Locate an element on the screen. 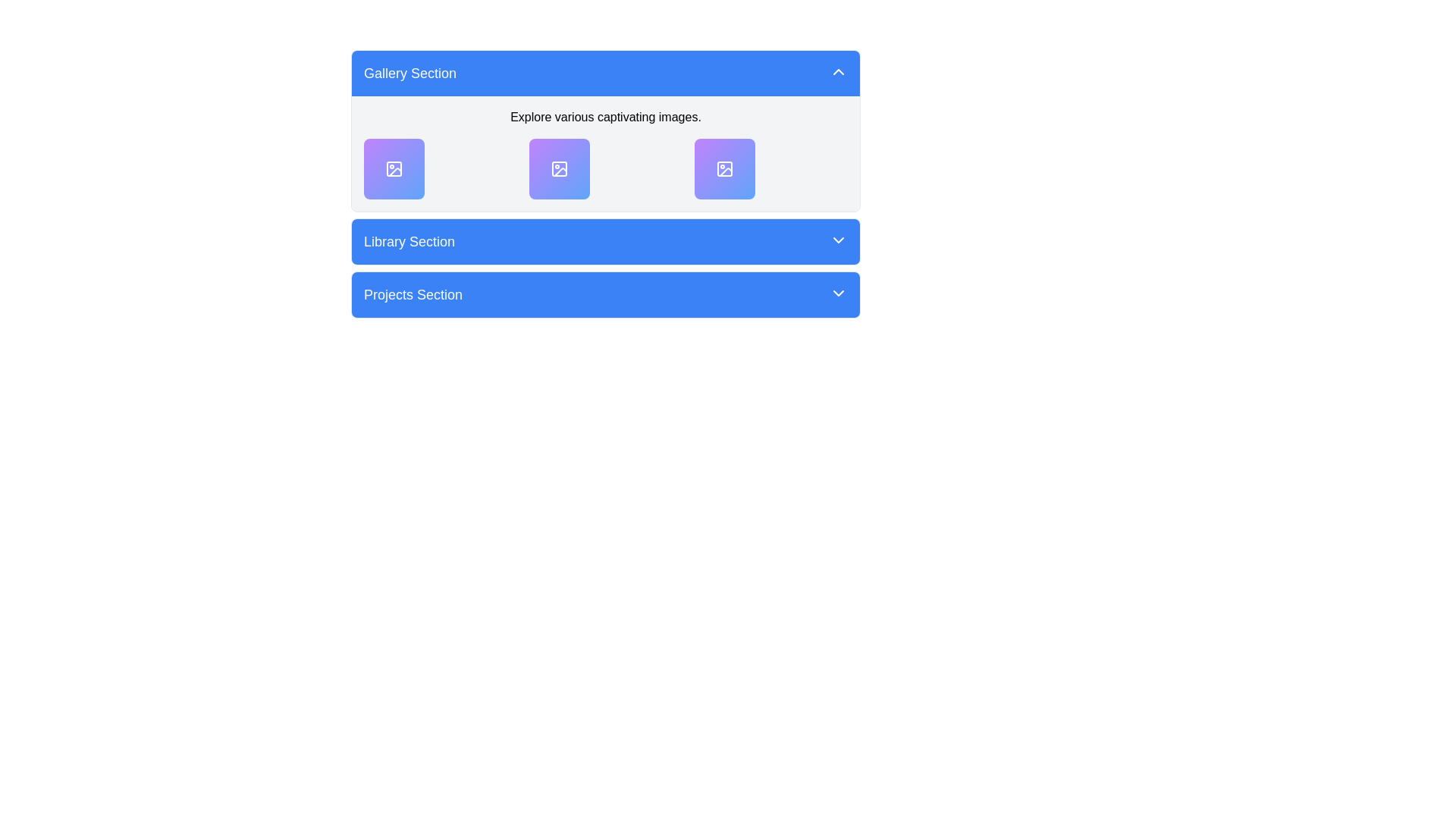 Image resolution: width=1456 pixels, height=819 pixels. the decorative Graphic component of the SVG image located in the second item of the Gallery Section, positioned centrally in the second row of graphical elements is located at coordinates (723, 169).